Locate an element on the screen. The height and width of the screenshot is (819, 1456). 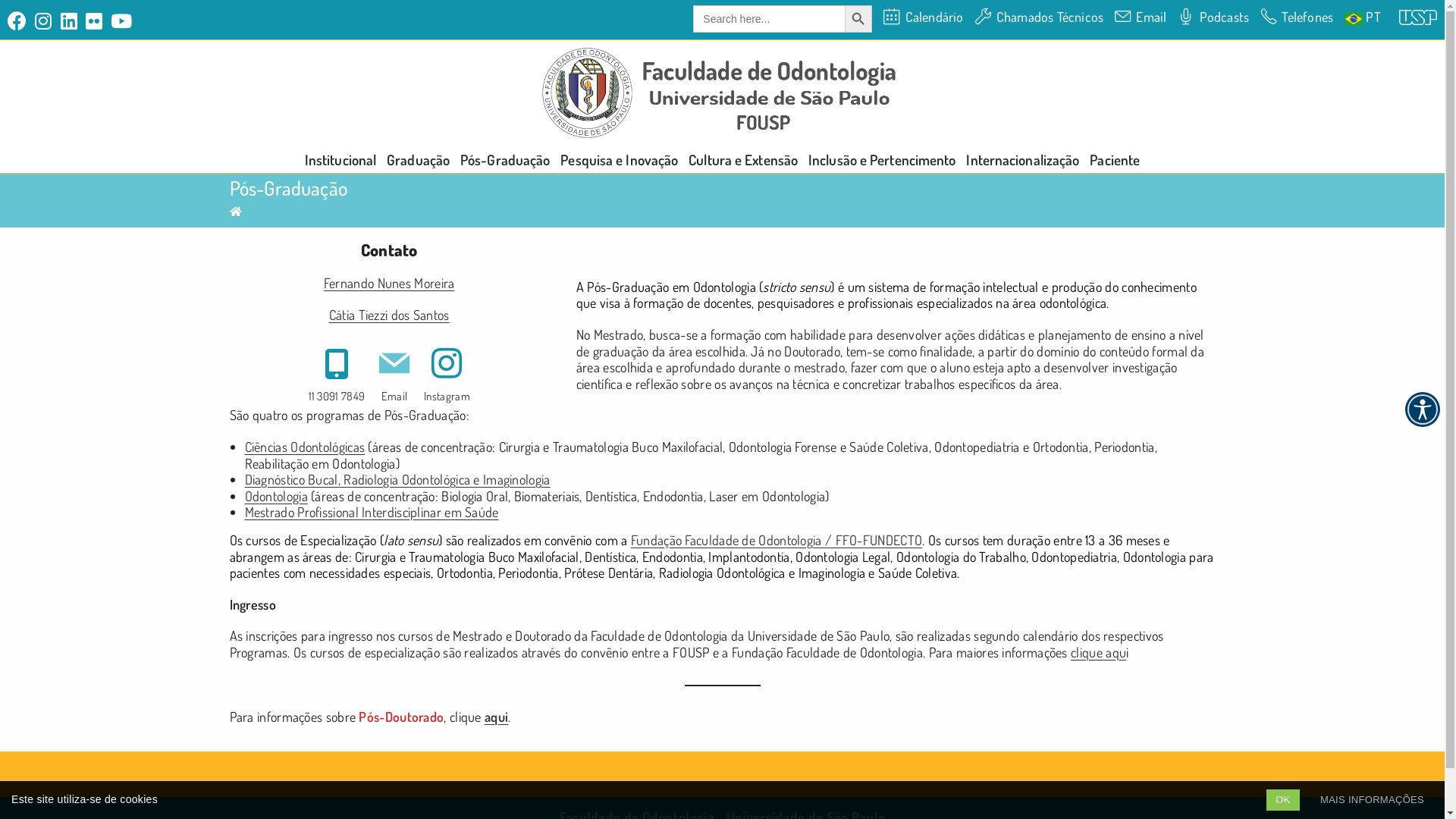
'Telefones' is located at coordinates (1295, 17).